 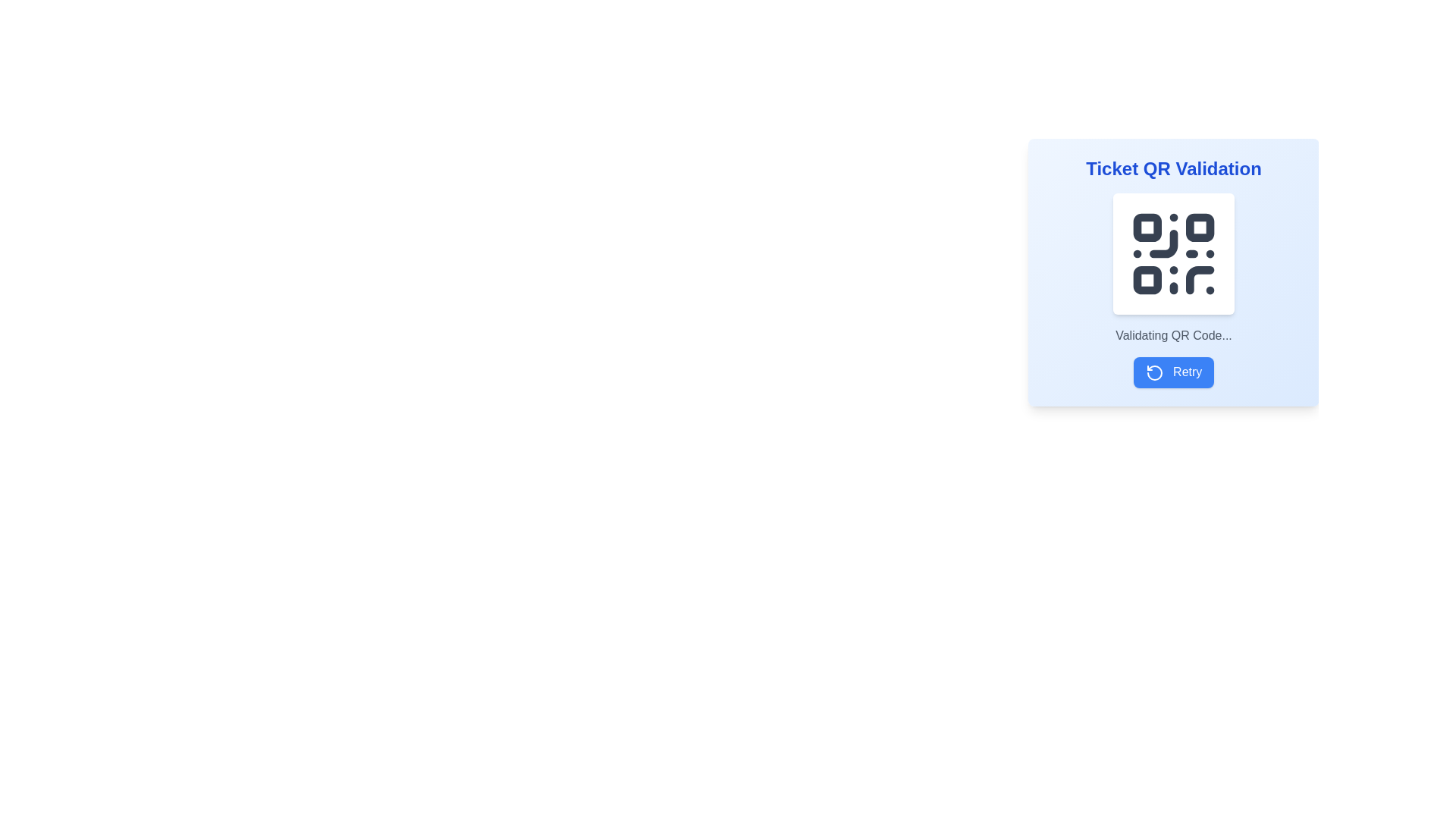 I want to click on the 'Retry' button located at the bottom center of the card interface for validating a QR code, so click(x=1172, y=372).